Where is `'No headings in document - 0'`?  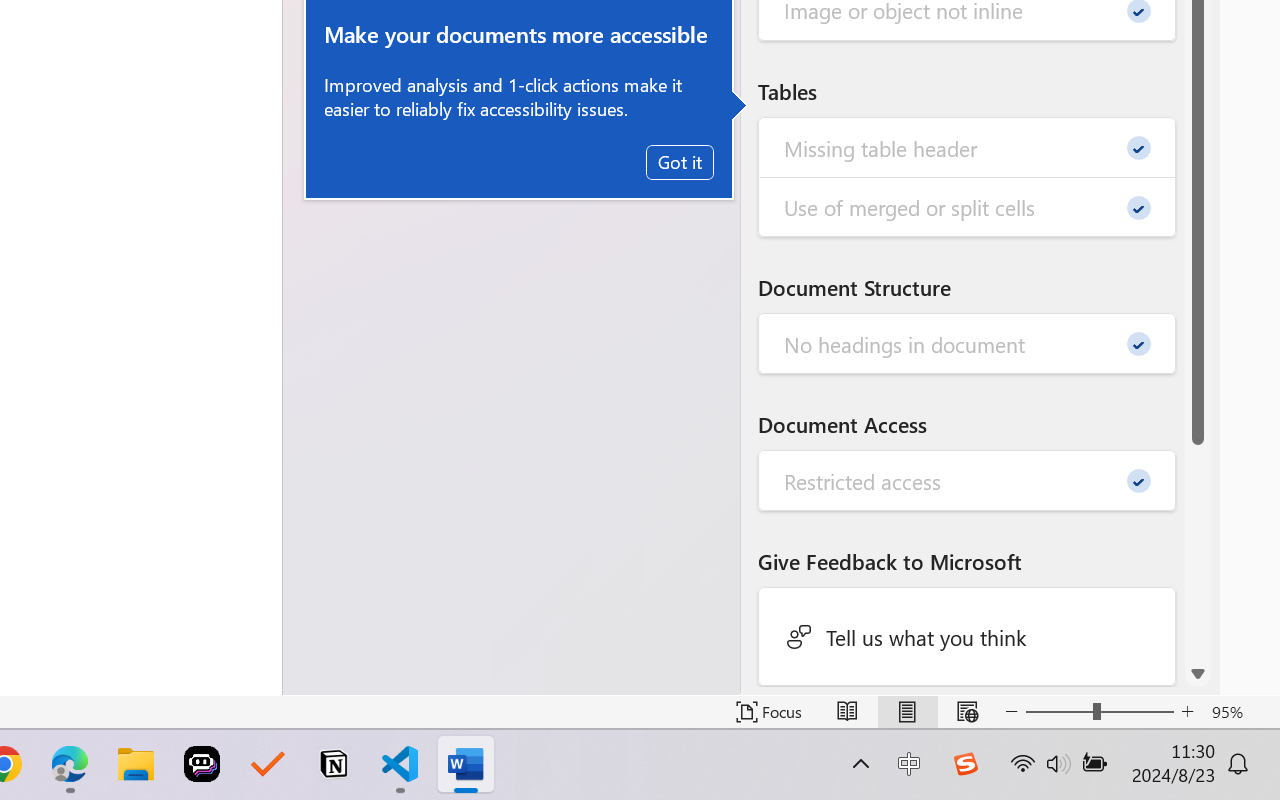
'No headings in document - 0' is located at coordinates (967, 344).